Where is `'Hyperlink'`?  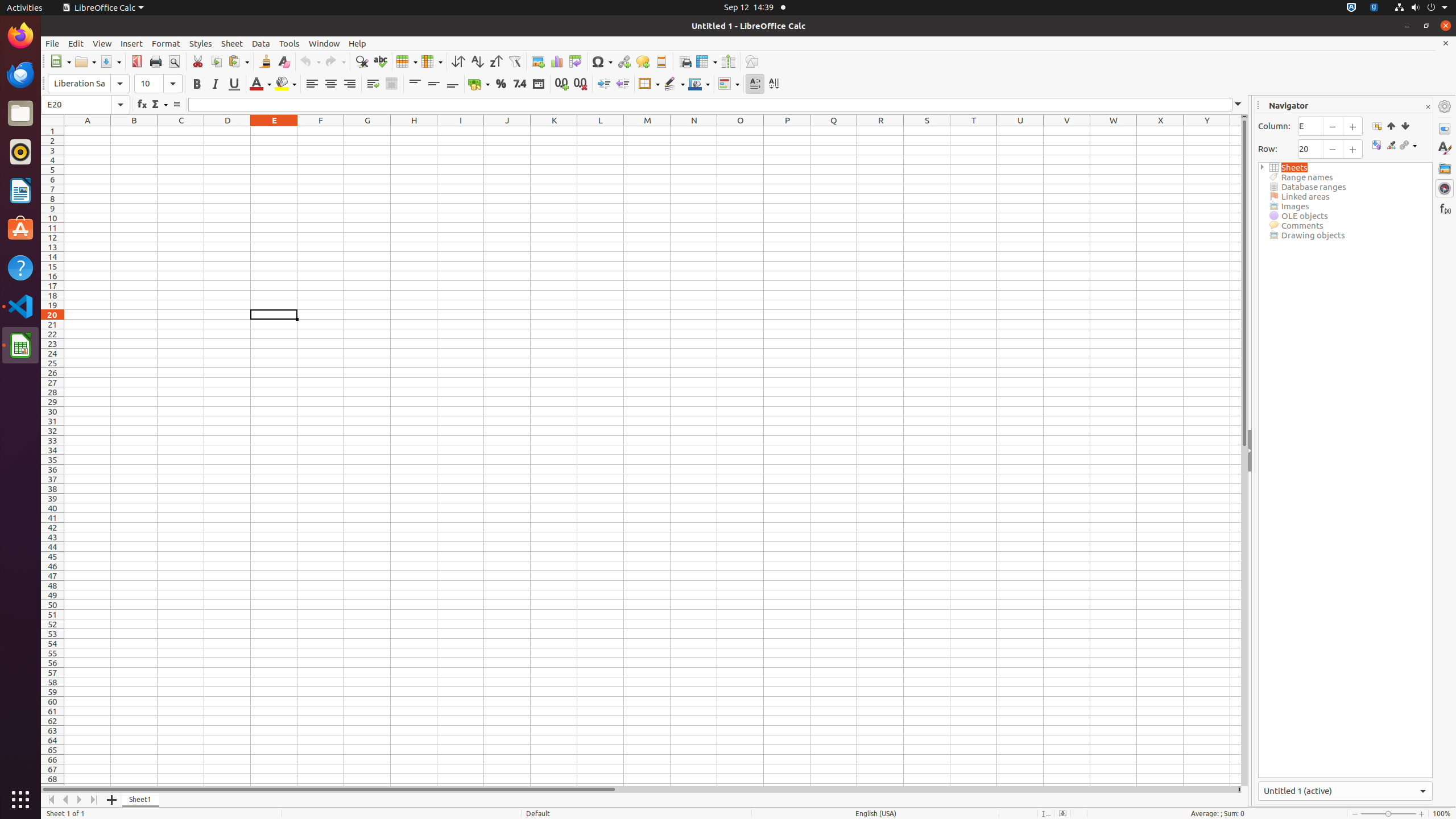 'Hyperlink' is located at coordinates (623, 61).